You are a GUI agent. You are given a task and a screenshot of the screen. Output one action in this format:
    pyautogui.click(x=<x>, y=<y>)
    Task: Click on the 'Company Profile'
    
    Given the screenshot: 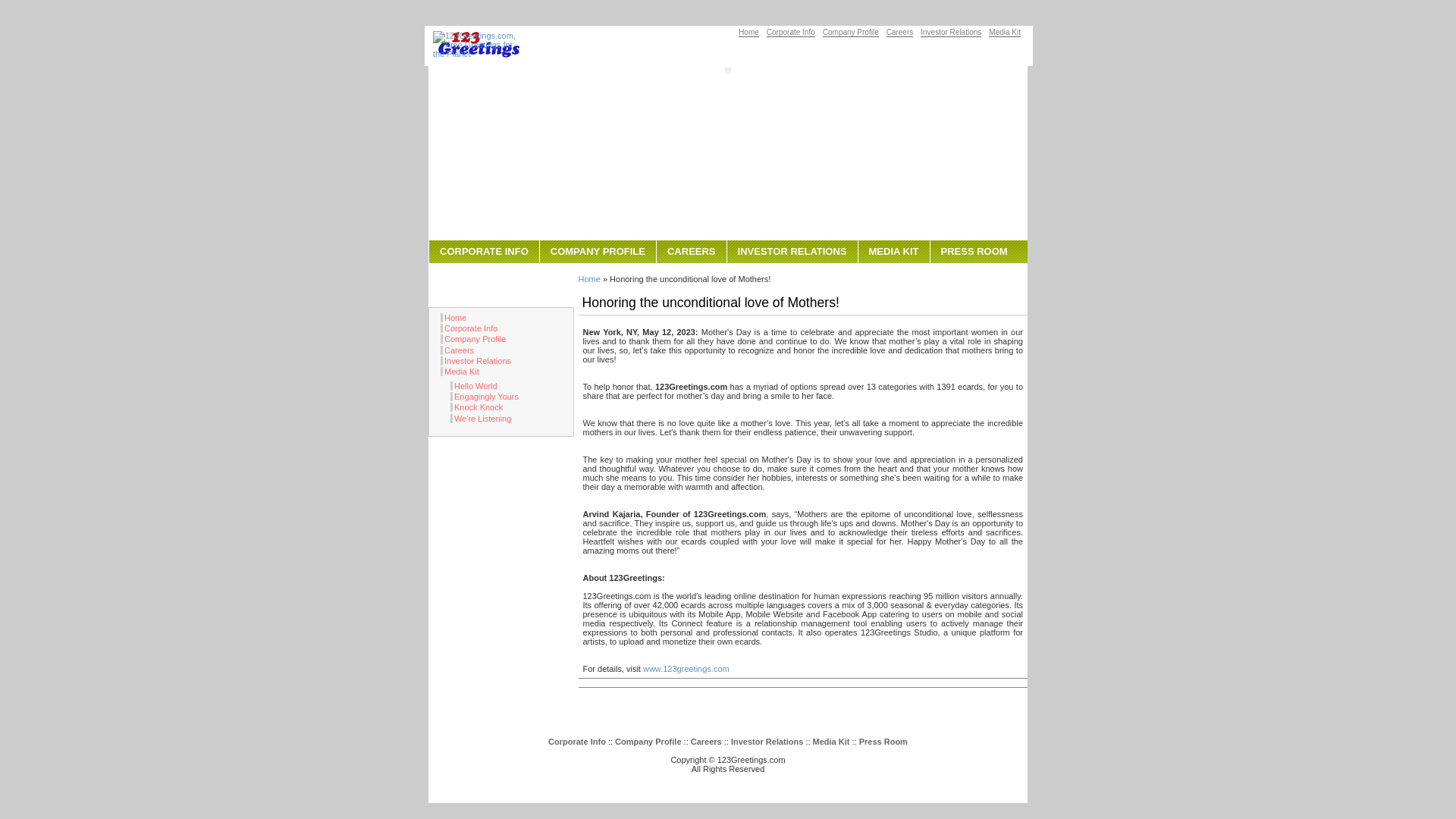 What is the action you would take?
    pyautogui.click(x=472, y=338)
    